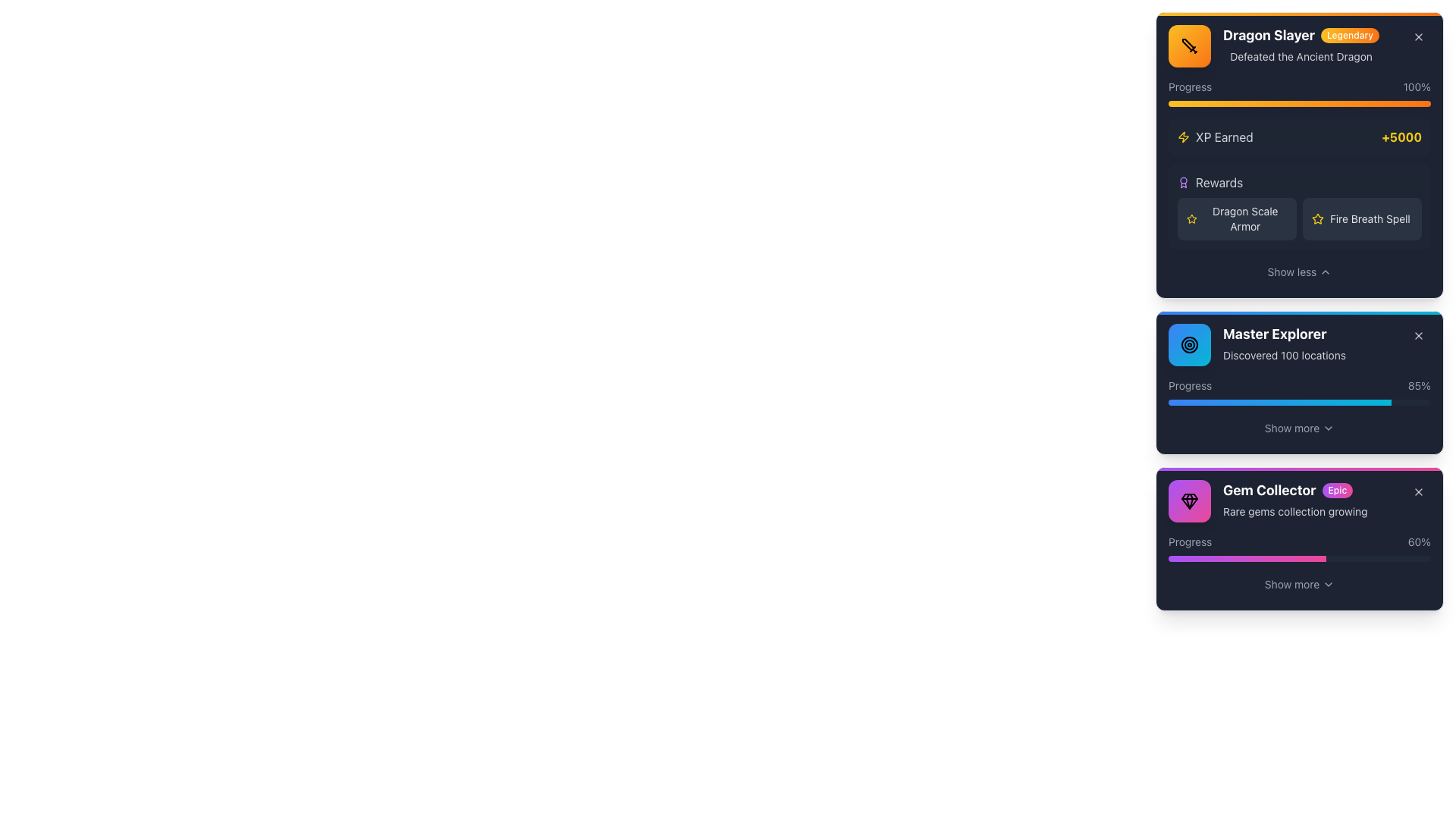 The width and height of the screenshot is (1456, 819). I want to click on progress percentage displayed in the progress bar for the 'Master Explorer' task, which is located in the middle of the second card in the vertical list of cards, so click(1298, 391).